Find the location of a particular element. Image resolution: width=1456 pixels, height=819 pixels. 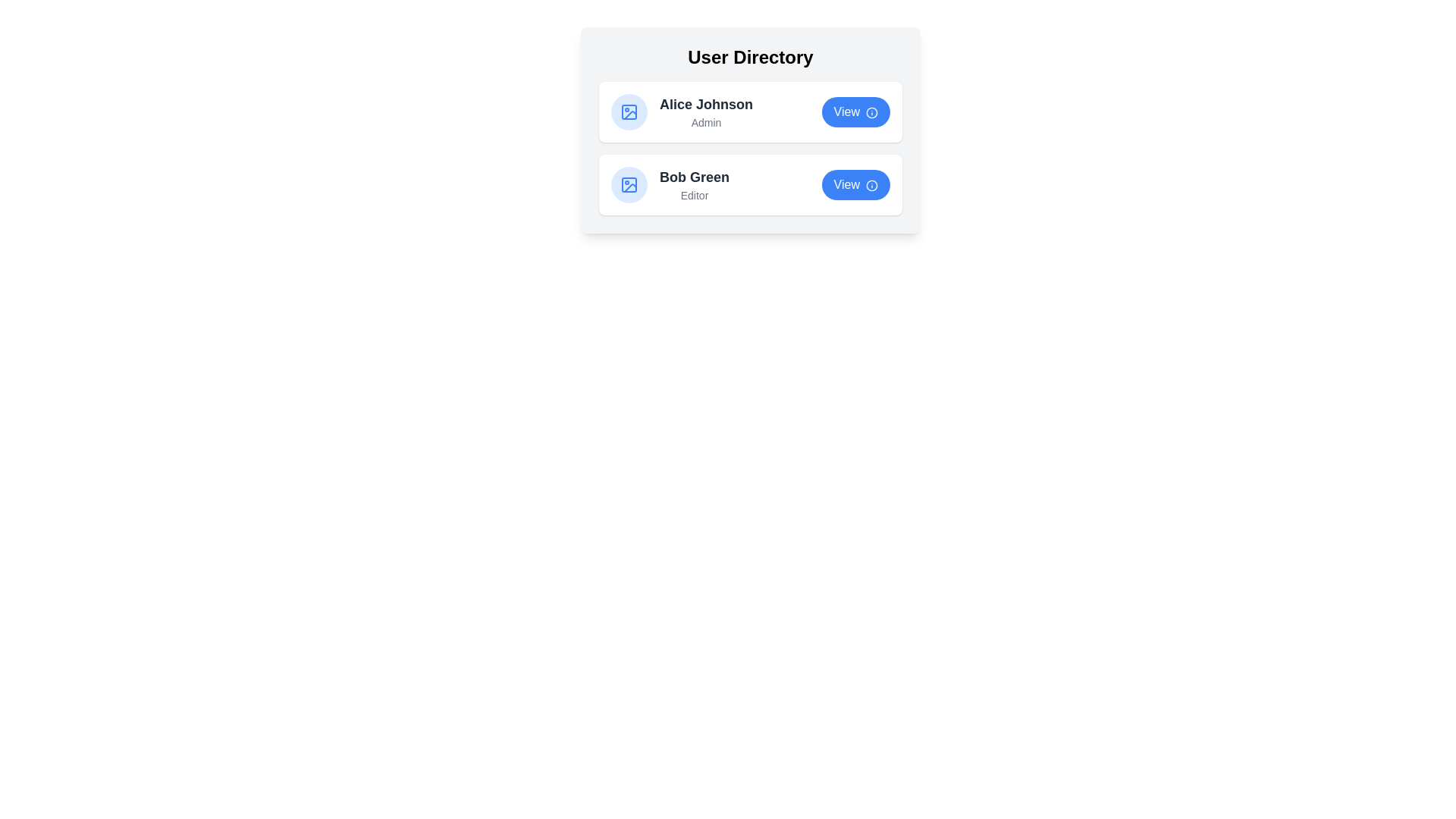

'View' button for a user identified by Bob Green is located at coordinates (855, 184).